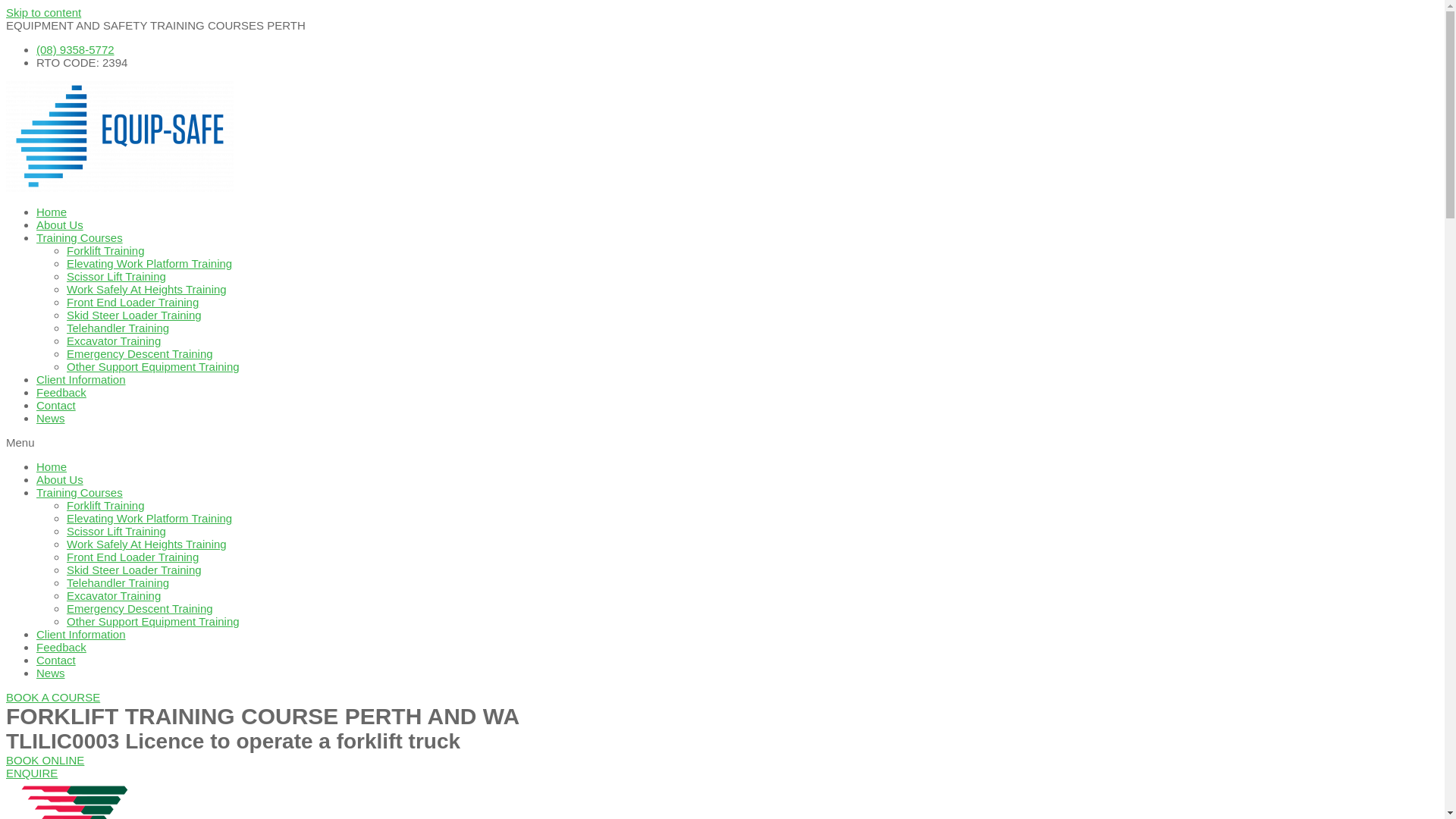  I want to click on 'Training Courses', so click(36, 237).